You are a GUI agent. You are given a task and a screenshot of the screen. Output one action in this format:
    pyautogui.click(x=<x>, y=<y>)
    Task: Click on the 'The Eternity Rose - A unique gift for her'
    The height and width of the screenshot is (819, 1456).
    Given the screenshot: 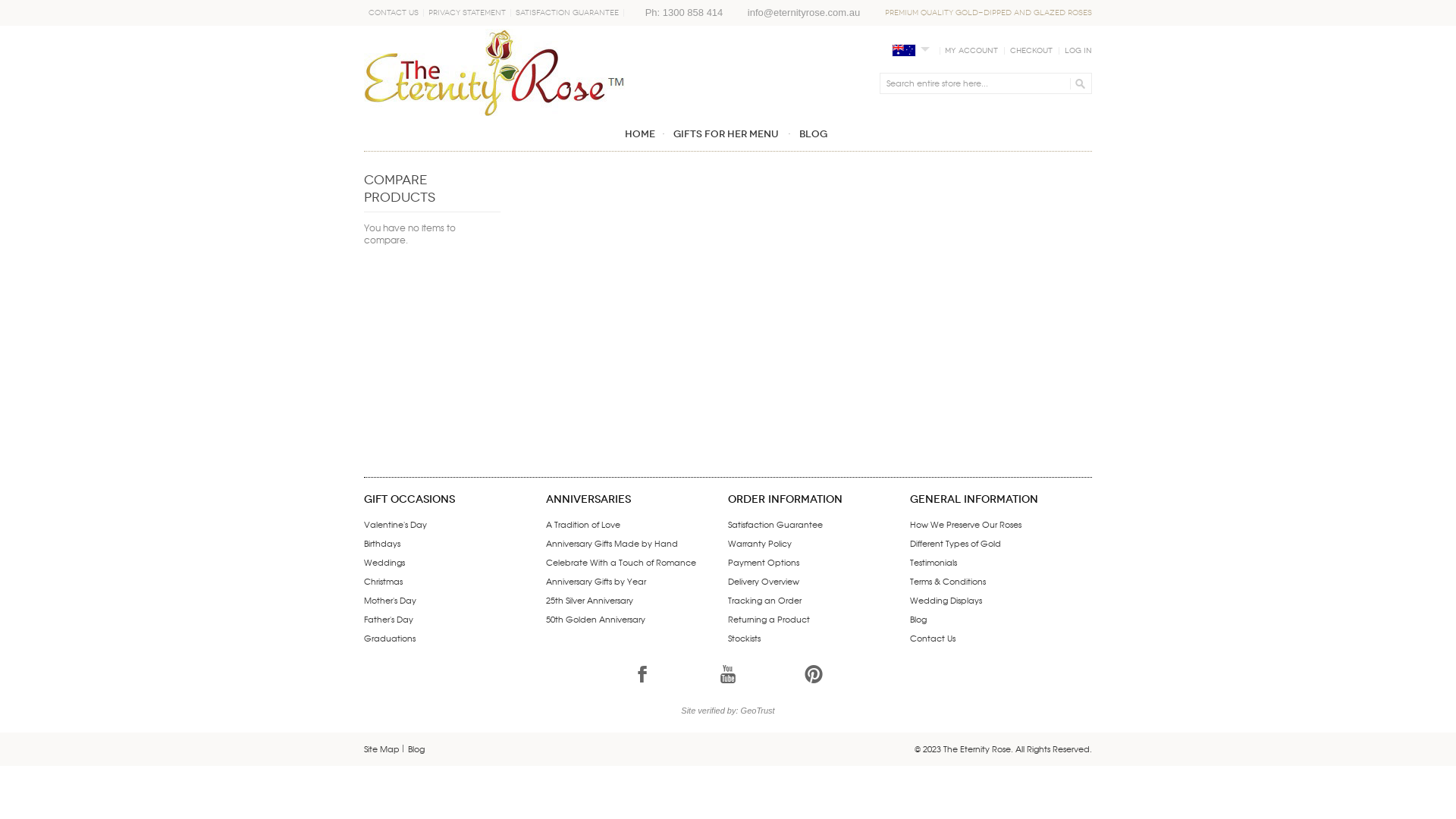 What is the action you would take?
    pyautogui.click(x=494, y=72)
    